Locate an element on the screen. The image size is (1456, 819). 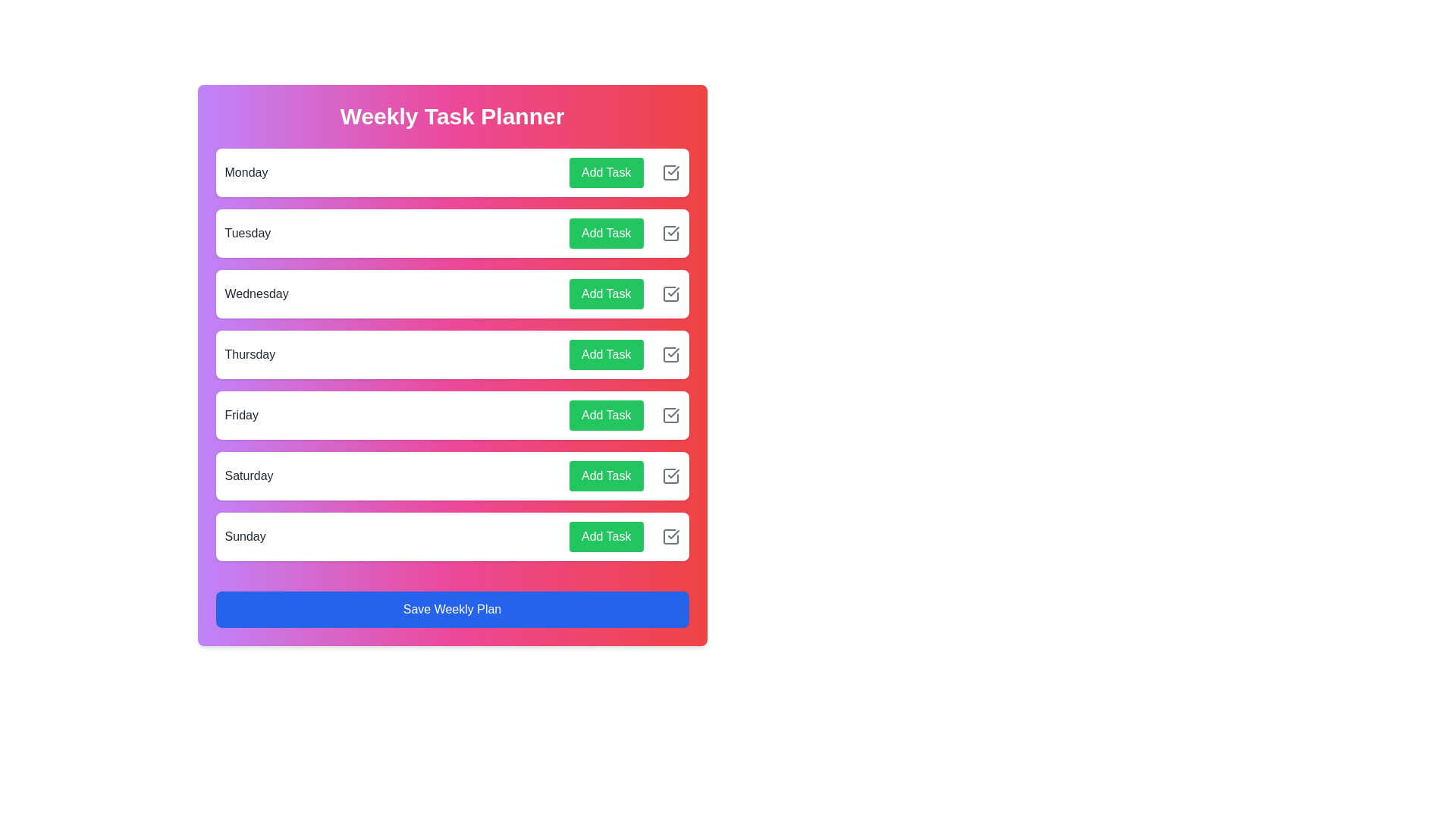
the checkbox icon for Saturday to mark the task as completed is located at coordinates (670, 475).